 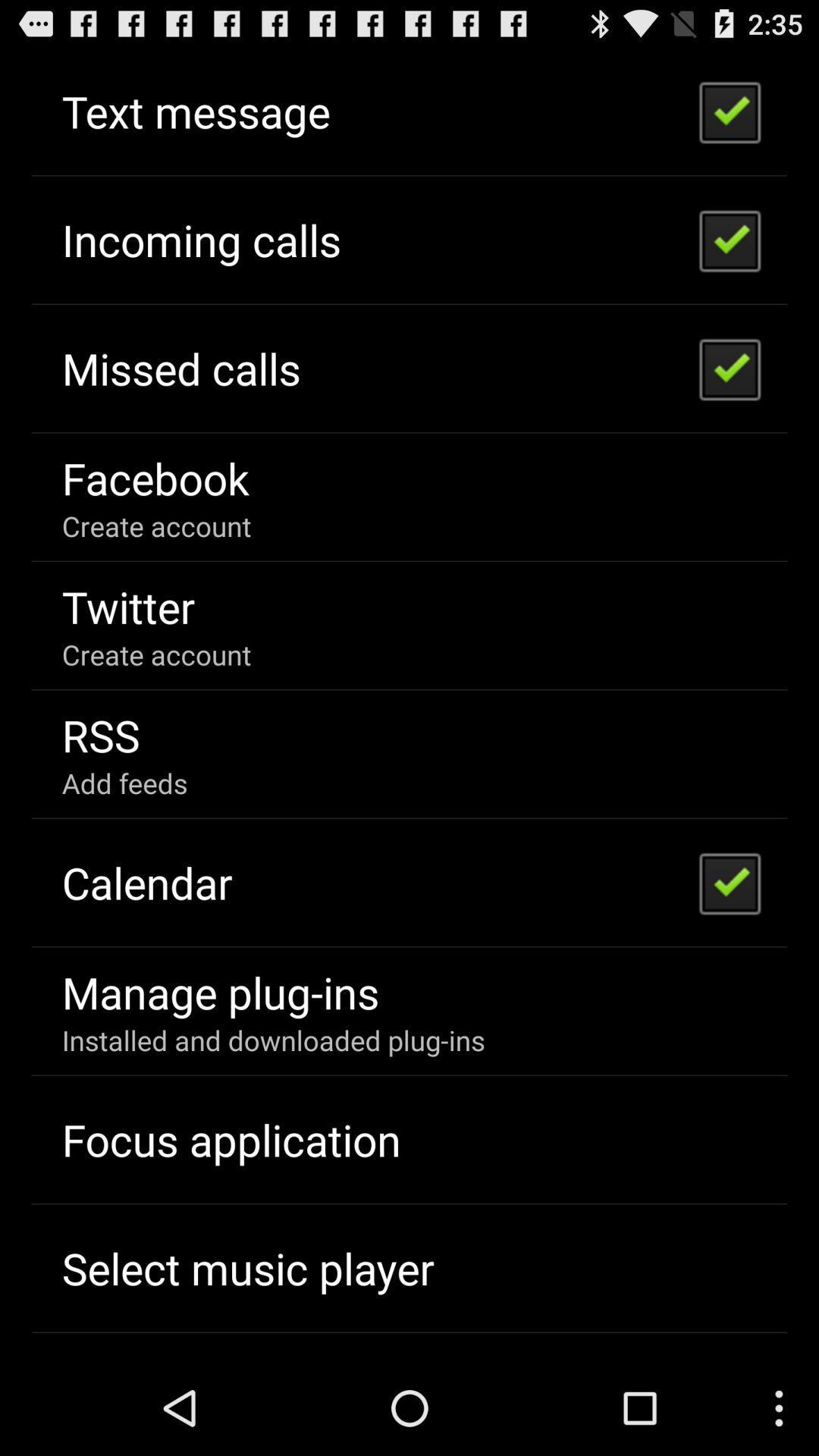 What do you see at coordinates (273, 1039) in the screenshot?
I see `the installed and downloaded` at bounding box center [273, 1039].